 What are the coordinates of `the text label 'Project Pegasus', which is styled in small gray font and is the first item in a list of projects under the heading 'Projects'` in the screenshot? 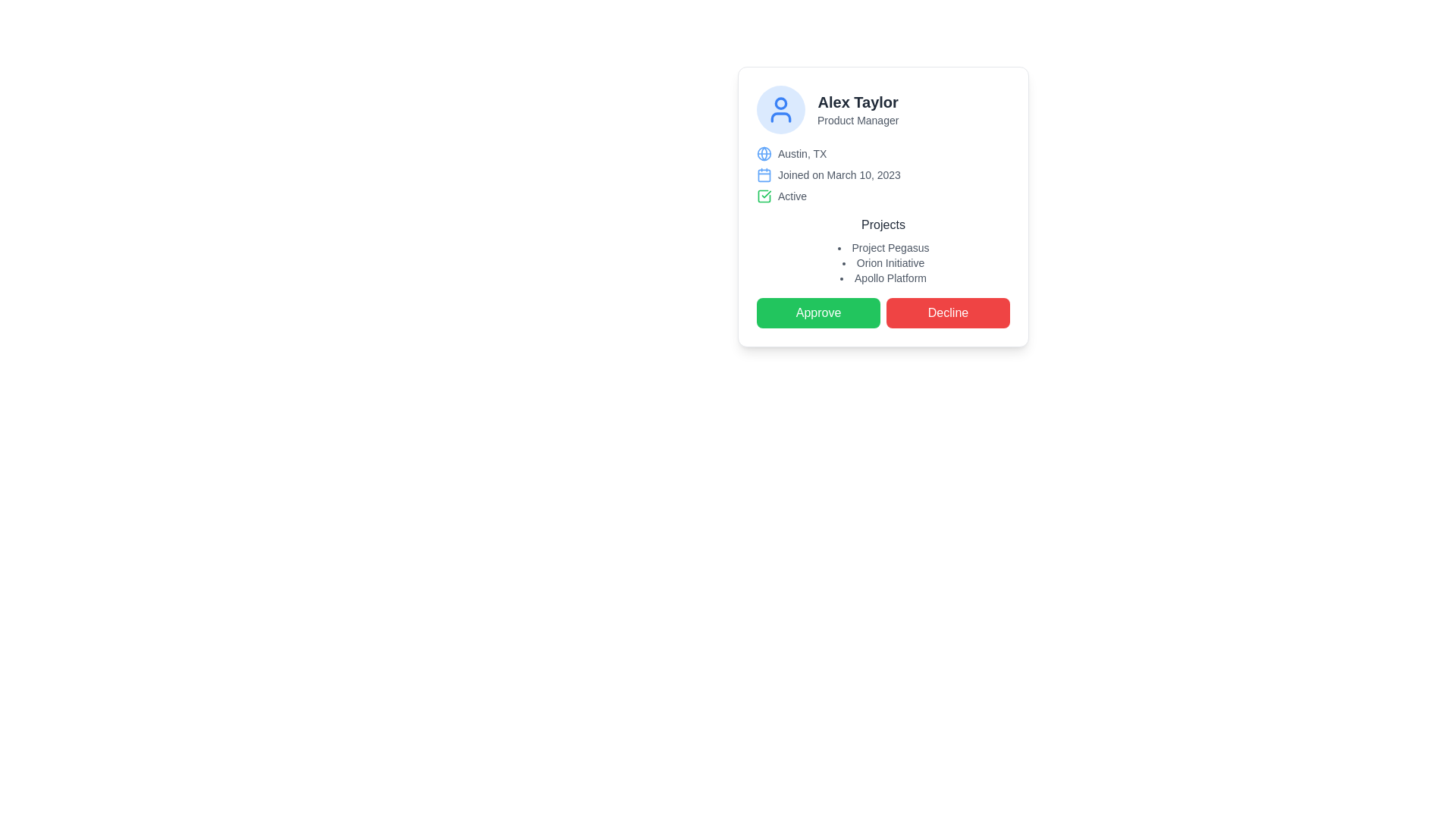 It's located at (883, 247).